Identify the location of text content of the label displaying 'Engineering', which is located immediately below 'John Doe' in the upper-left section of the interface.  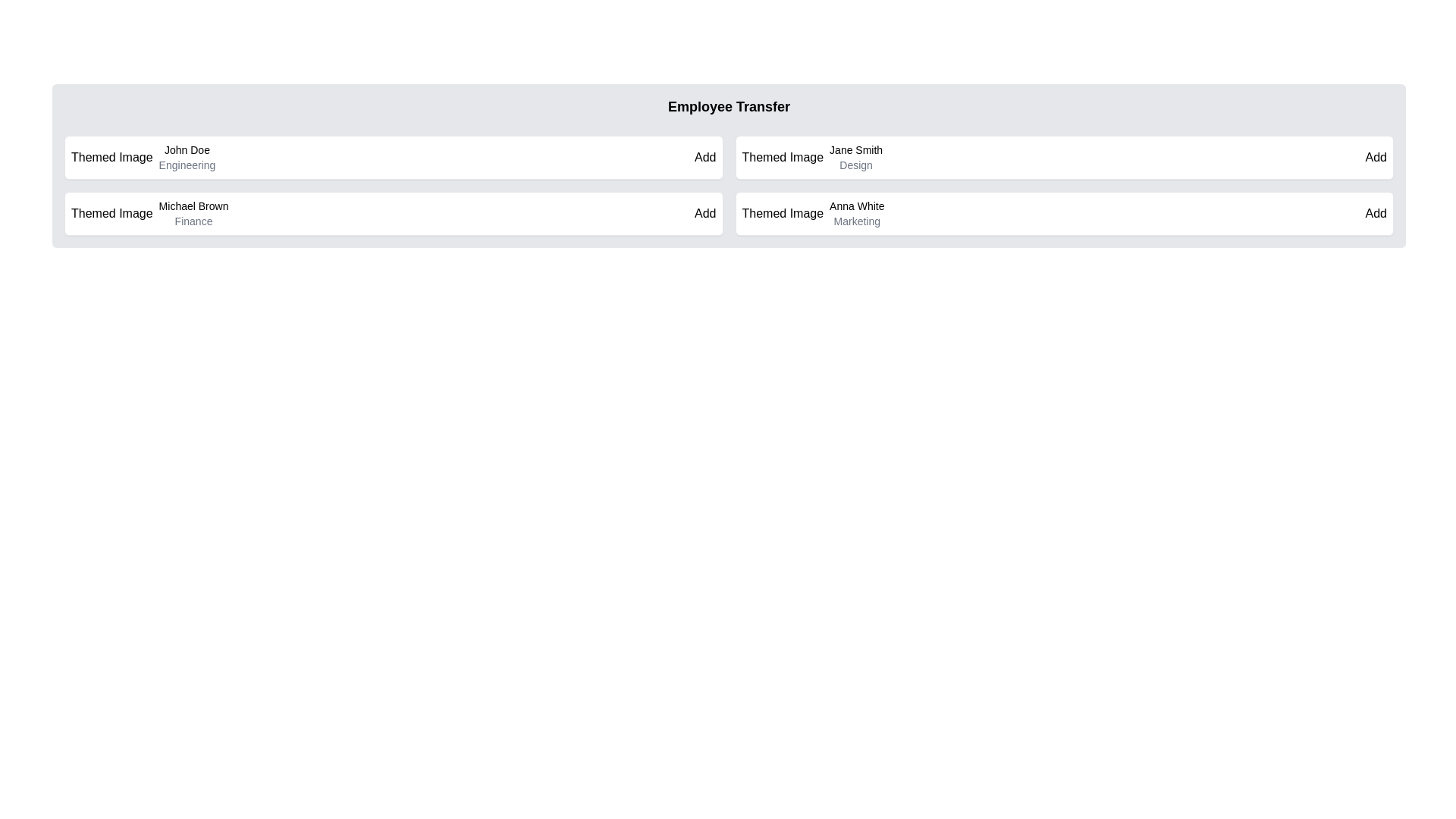
(186, 165).